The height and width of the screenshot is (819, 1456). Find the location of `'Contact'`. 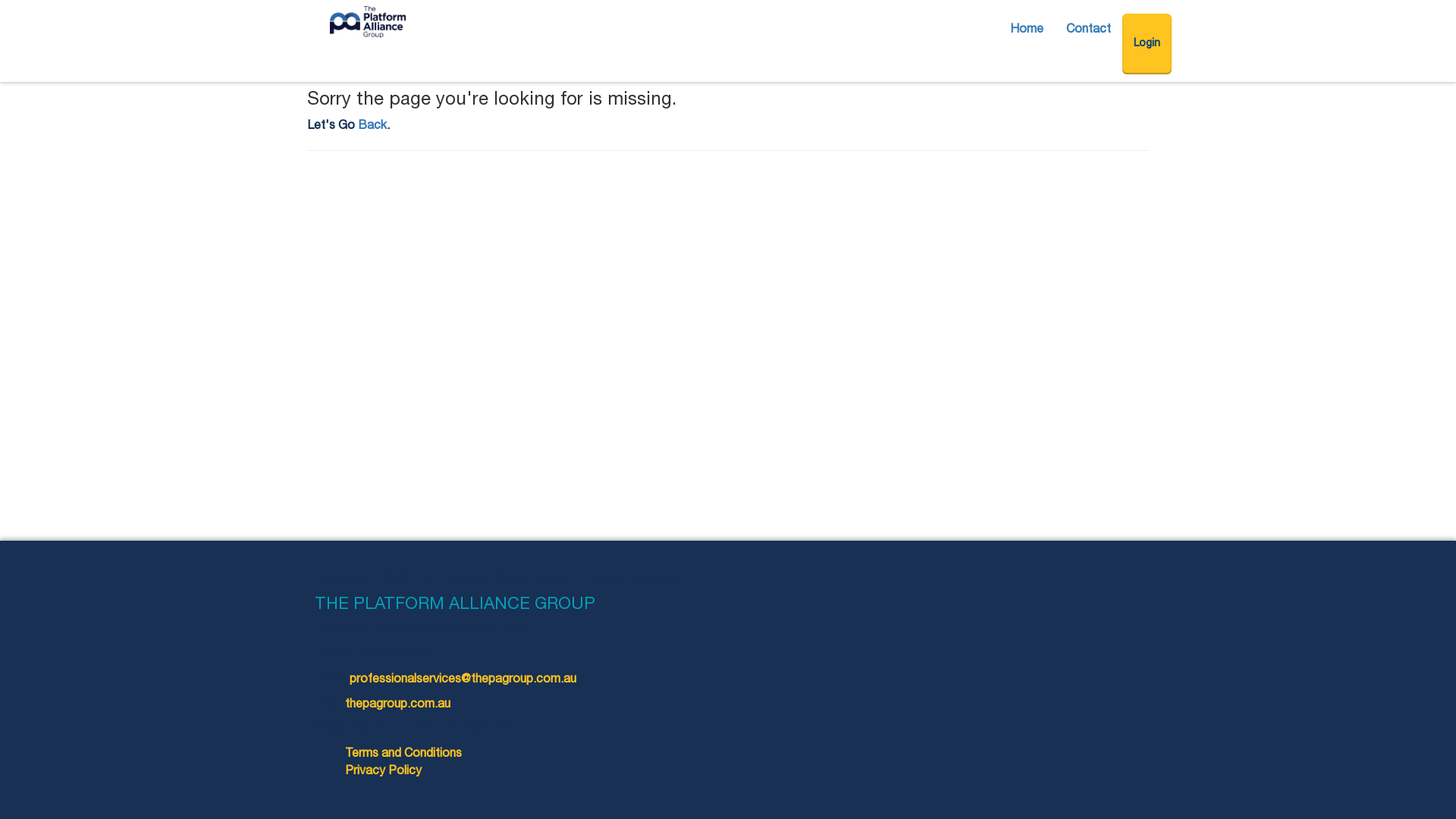

'Contact' is located at coordinates (1054, 30).